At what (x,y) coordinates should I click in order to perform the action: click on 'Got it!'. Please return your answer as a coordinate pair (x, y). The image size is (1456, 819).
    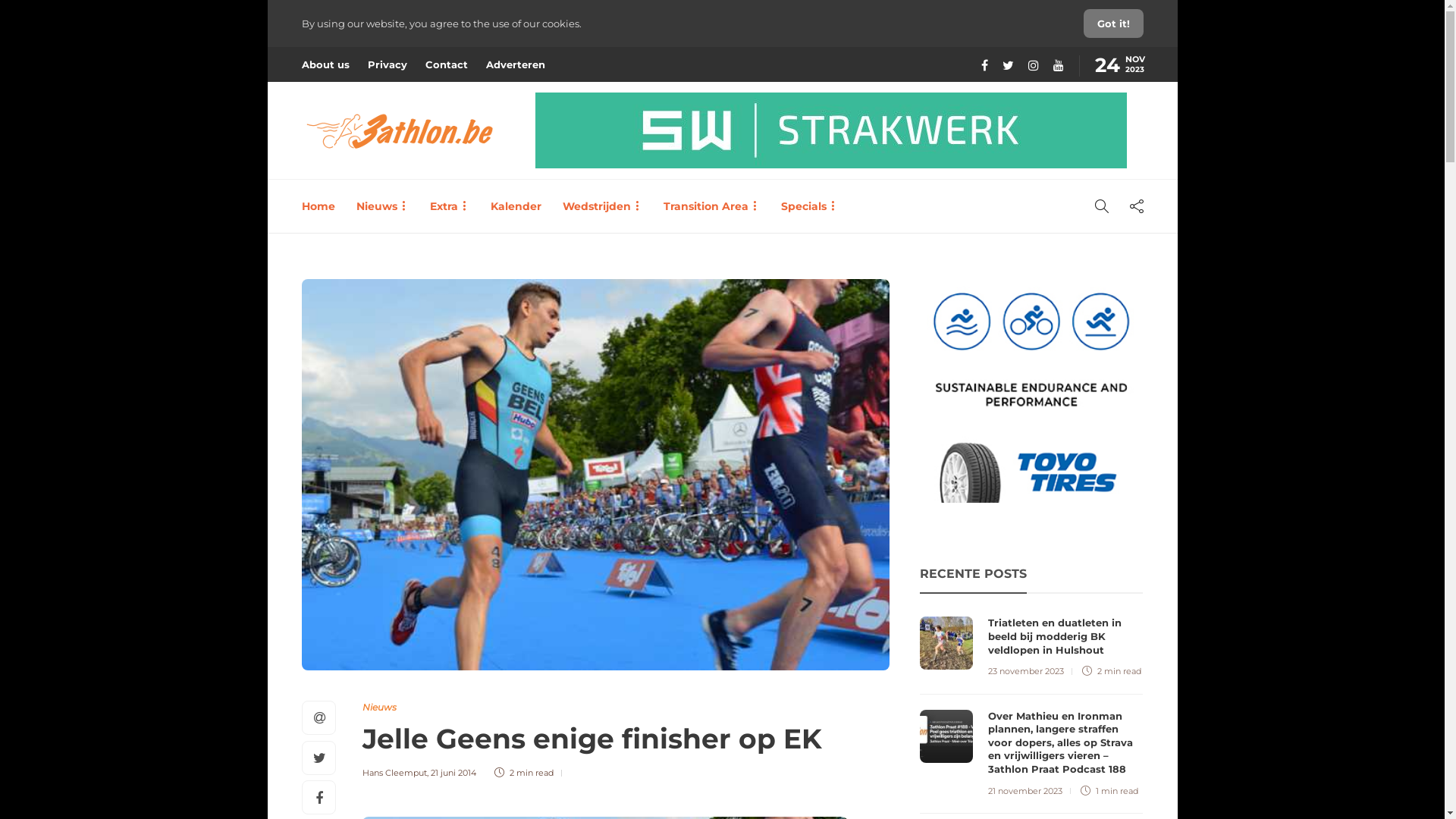
    Looking at the image, I should click on (1112, 23).